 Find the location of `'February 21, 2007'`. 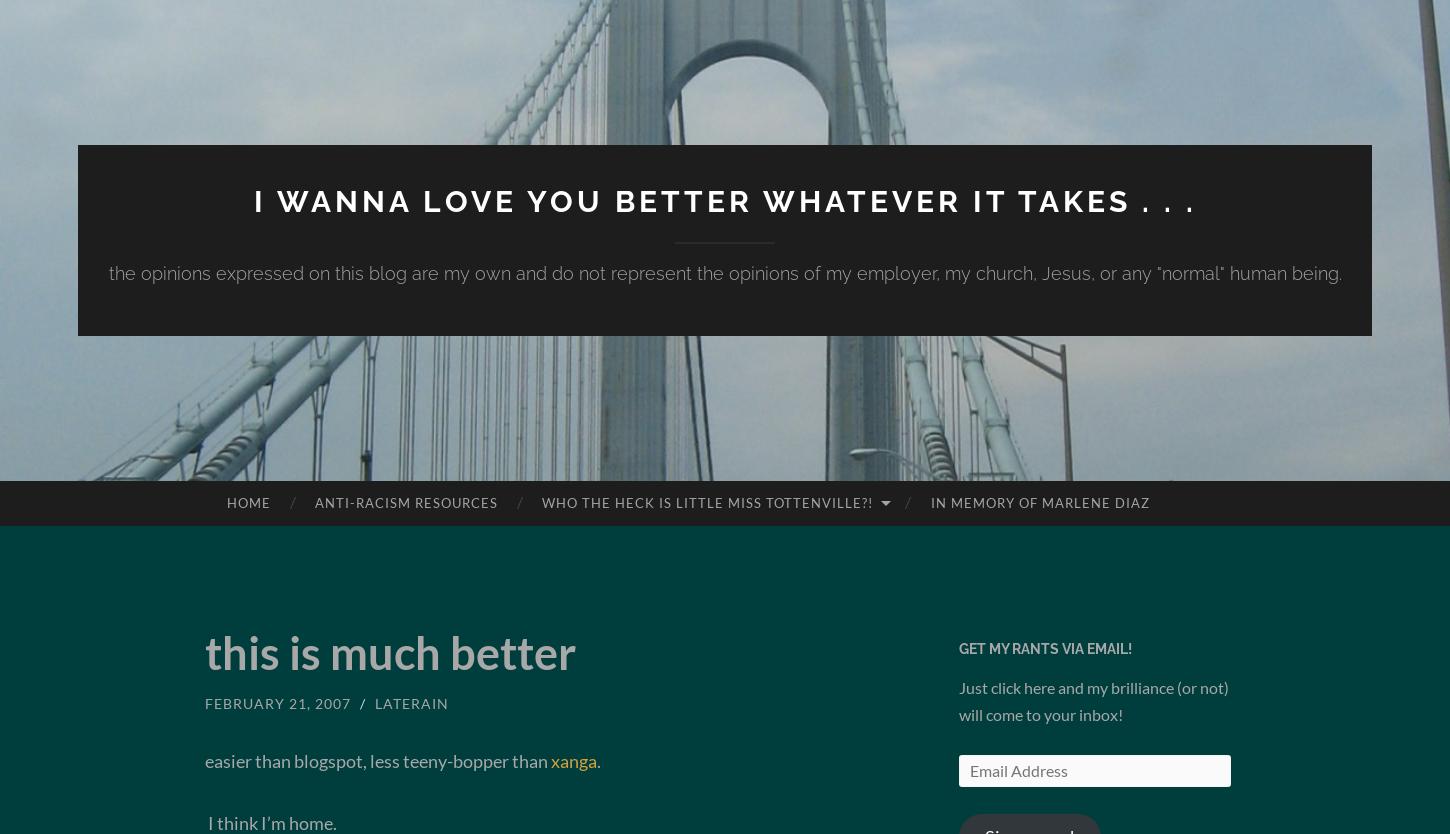

'February 21, 2007' is located at coordinates (277, 703).